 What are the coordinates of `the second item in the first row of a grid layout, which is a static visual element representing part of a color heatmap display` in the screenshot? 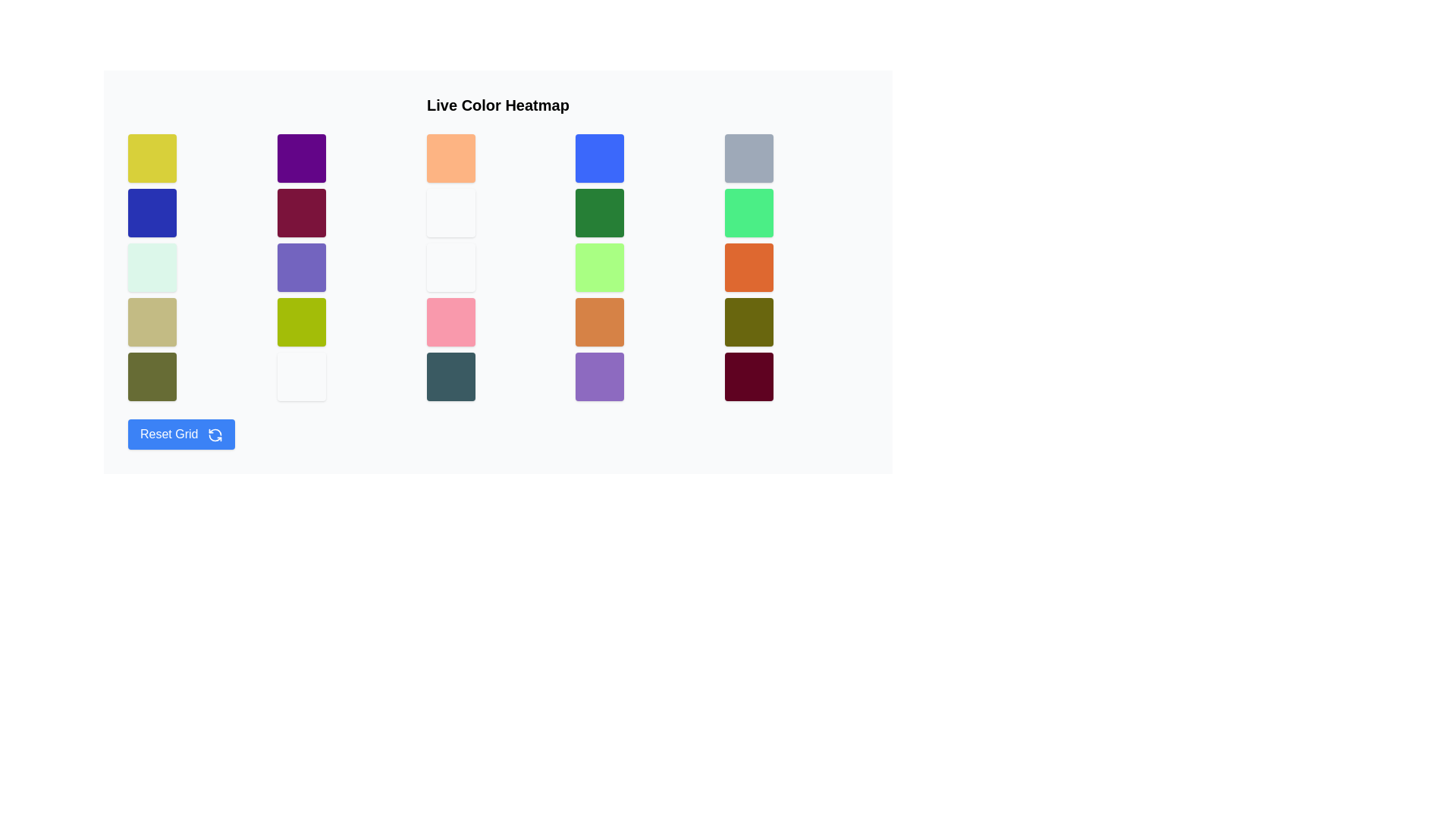 It's located at (301, 158).